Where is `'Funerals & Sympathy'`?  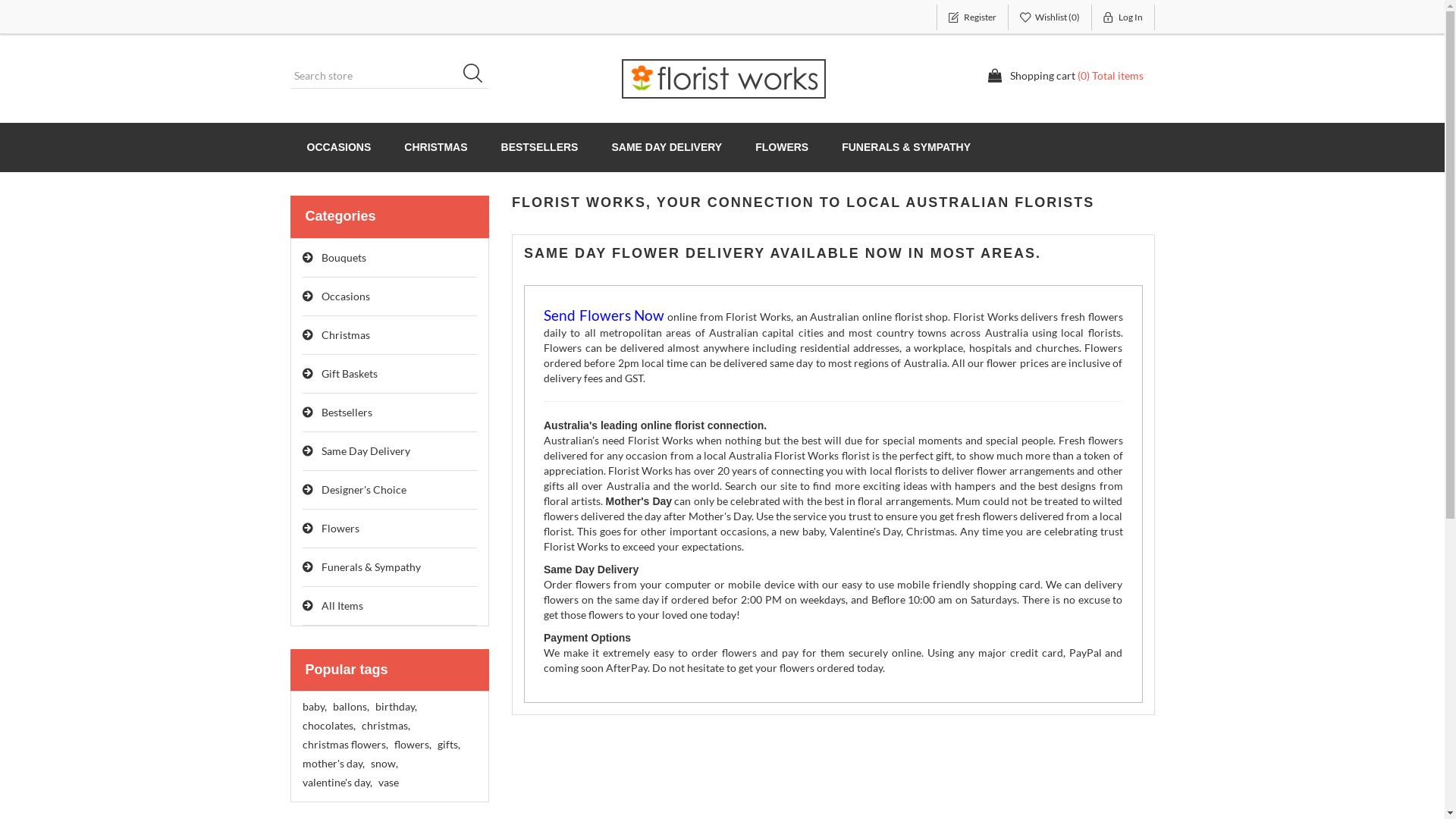
'Funerals & Sympathy' is located at coordinates (389, 567).